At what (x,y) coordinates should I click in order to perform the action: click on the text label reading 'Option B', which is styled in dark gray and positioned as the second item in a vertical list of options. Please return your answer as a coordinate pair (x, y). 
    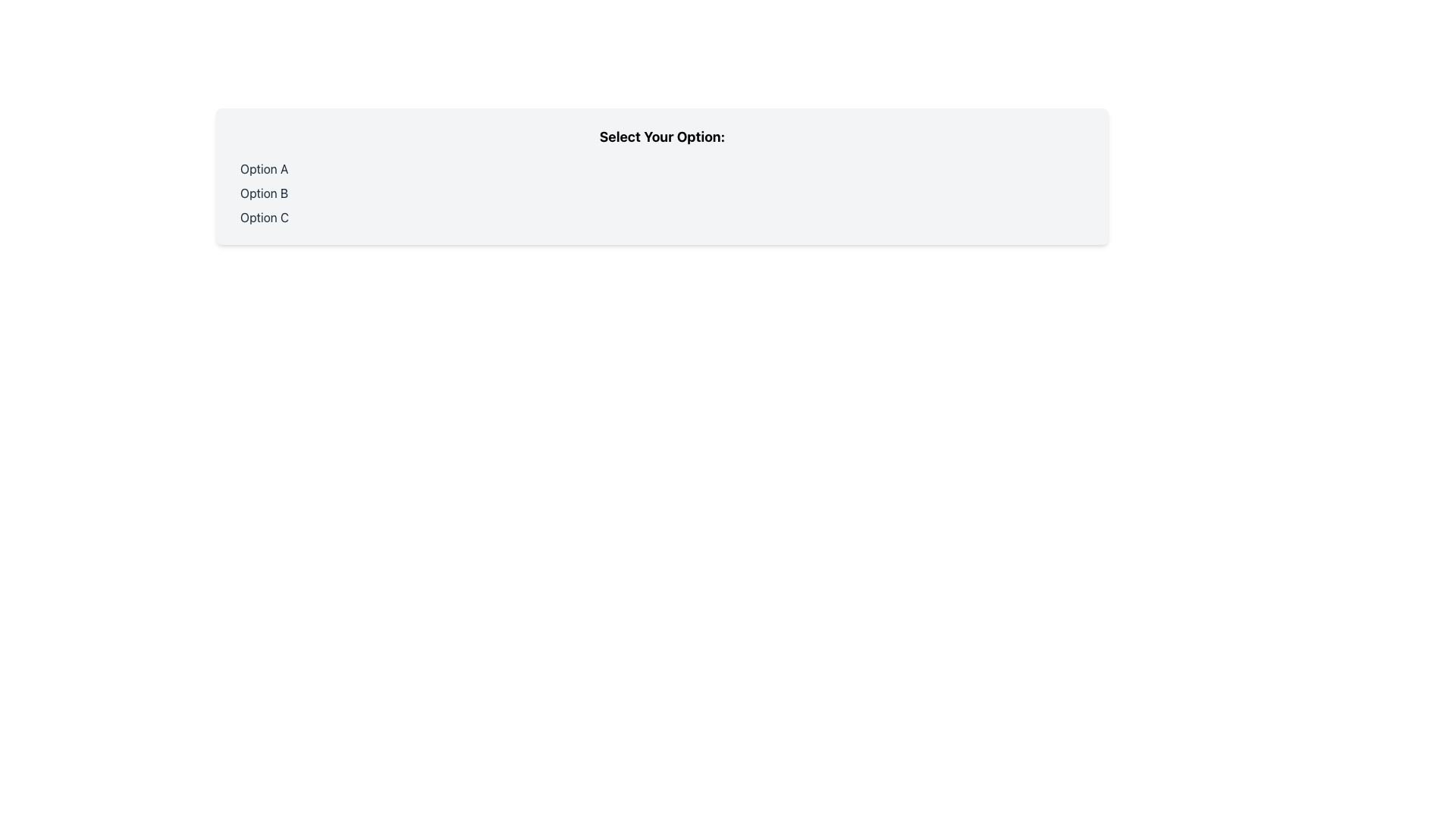
    Looking at the image, I should click on (264, 192).